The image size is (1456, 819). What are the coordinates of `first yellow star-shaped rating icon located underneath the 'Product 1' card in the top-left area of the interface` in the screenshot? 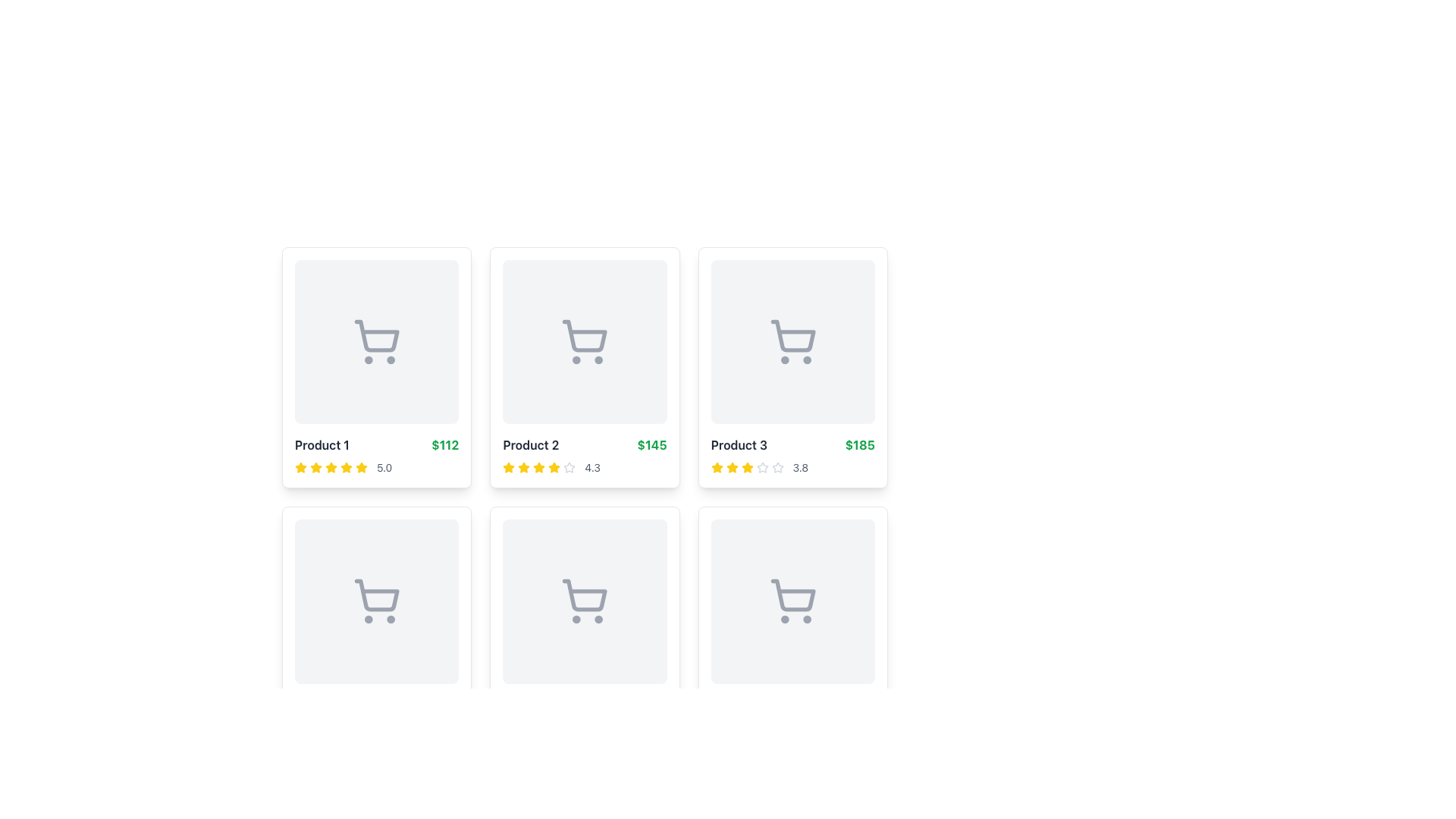 It's located at (360, 467).